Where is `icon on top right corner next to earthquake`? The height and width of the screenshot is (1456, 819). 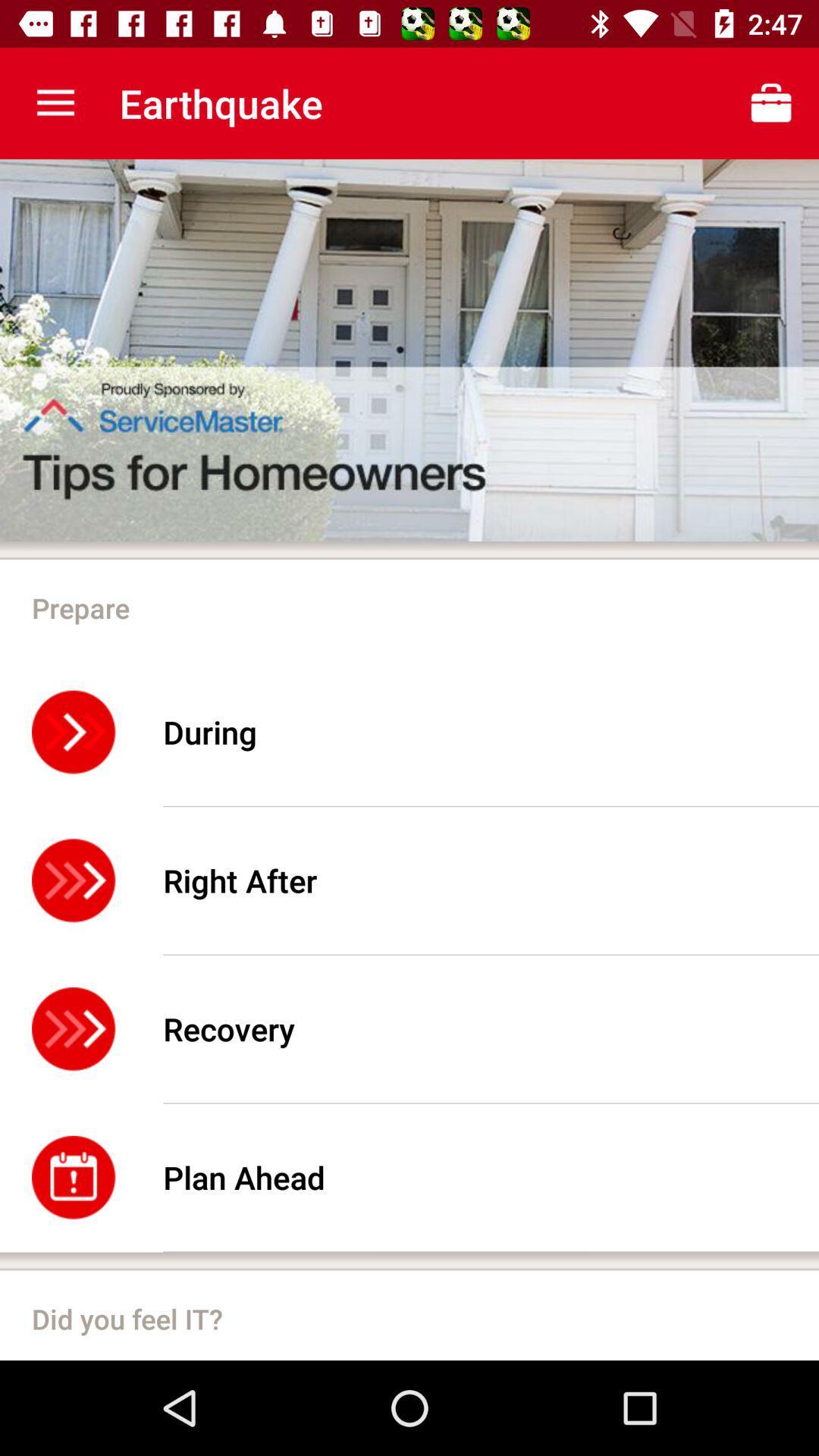 icon on top right corner next to earthquake is located at coordinates (771, 103).